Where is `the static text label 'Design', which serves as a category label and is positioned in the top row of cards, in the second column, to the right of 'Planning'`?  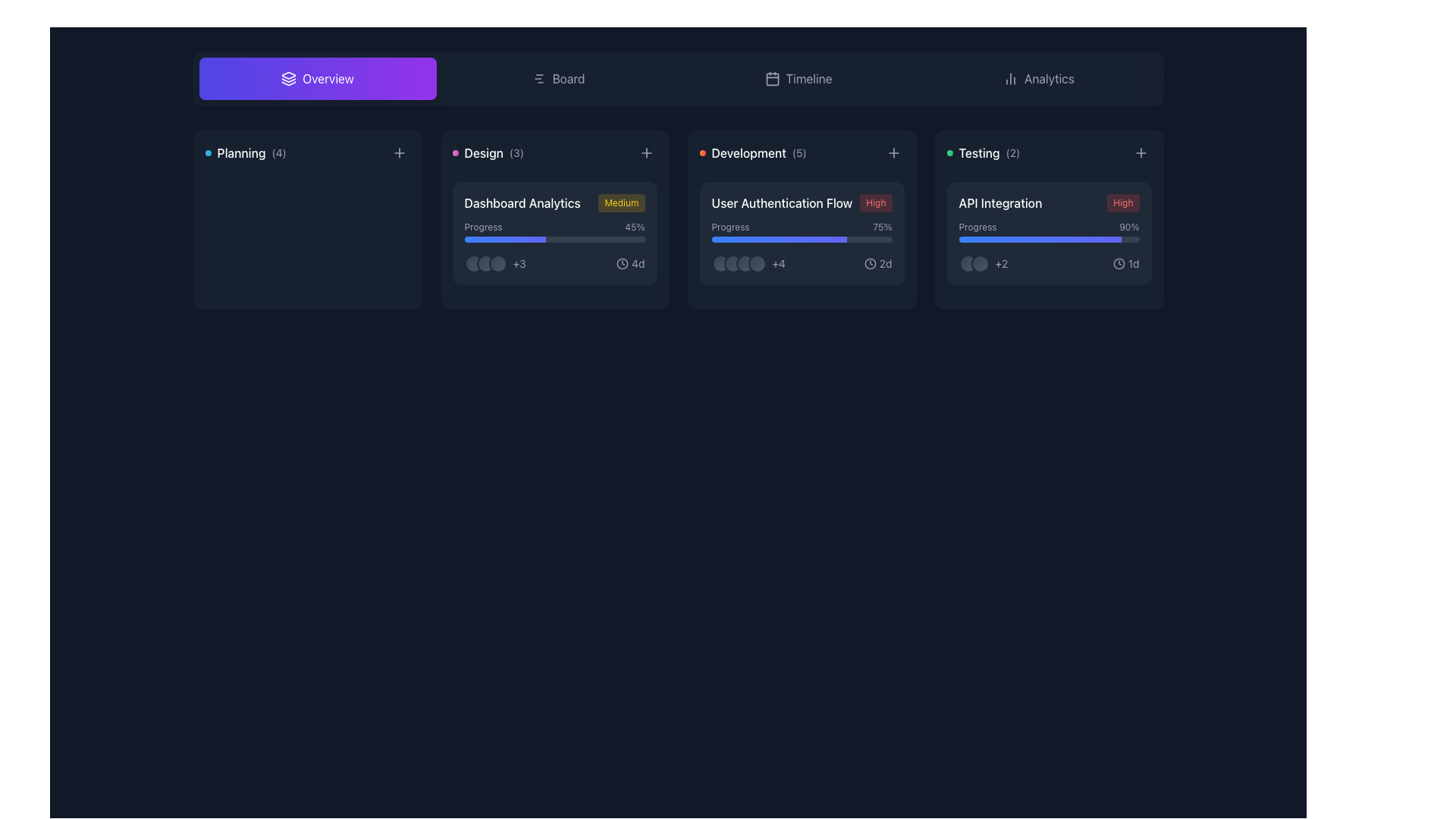 the static text label 'Design', which serves as a category label and is positioned in the top row of cards, in the second column, to the right of 'Planning' is located at coordinates (483, 152).